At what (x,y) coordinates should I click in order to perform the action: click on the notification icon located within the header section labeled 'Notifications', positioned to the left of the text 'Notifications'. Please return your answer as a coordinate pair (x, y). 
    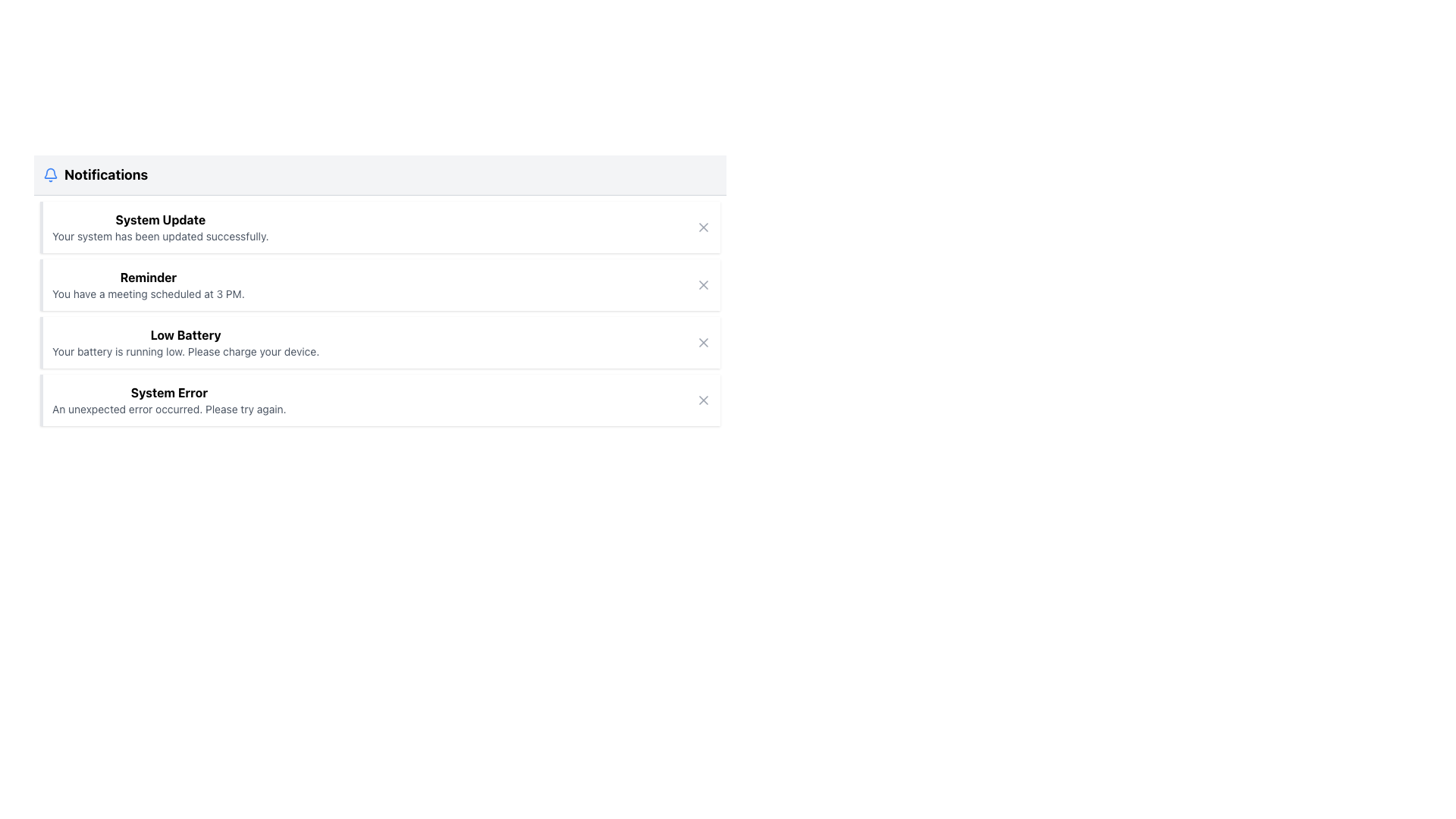
    Looking at the image, I should click on (51, 174).